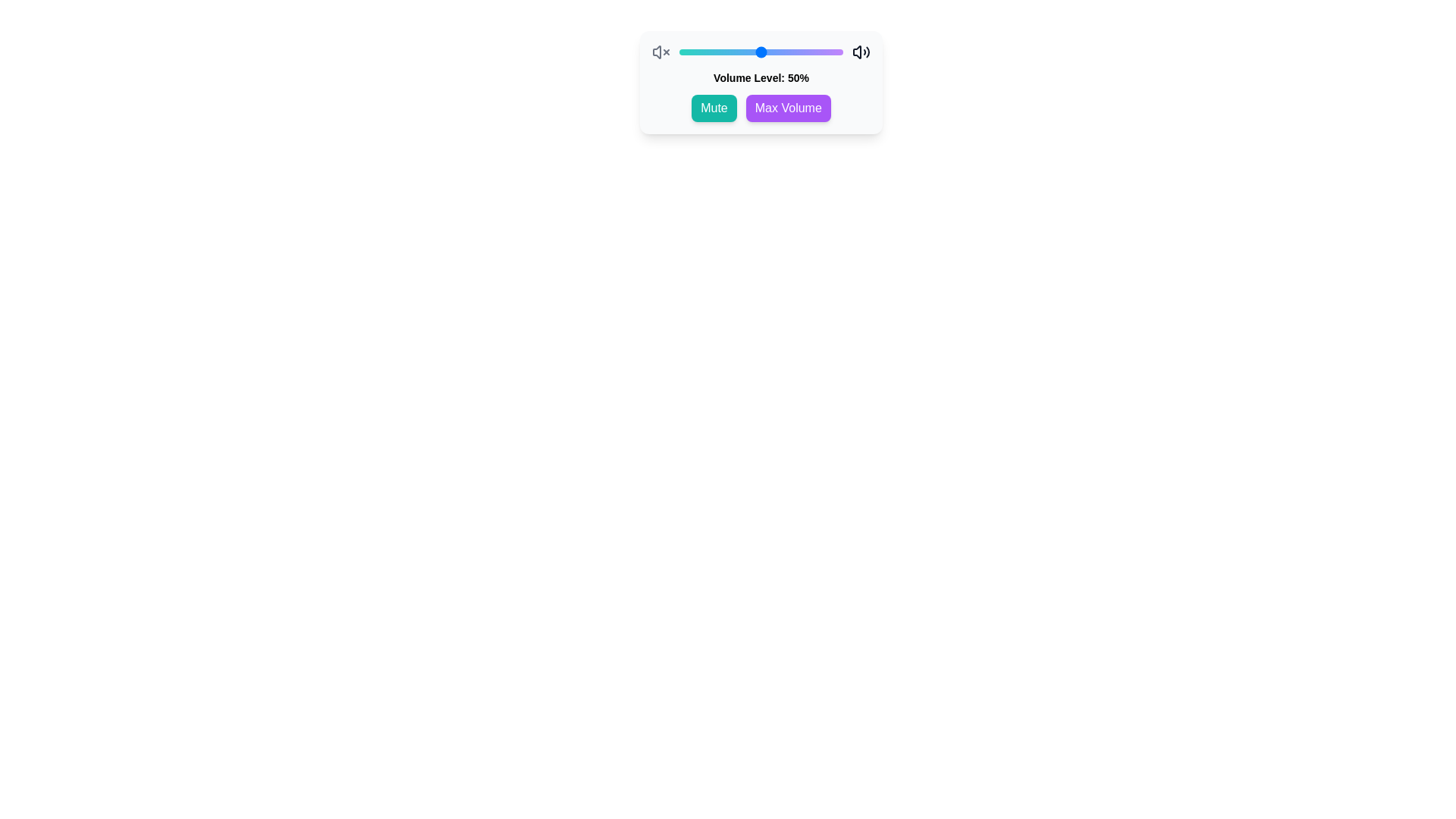  I want to click on the volume slider to set the volume level to 84%, so click(816, 52).